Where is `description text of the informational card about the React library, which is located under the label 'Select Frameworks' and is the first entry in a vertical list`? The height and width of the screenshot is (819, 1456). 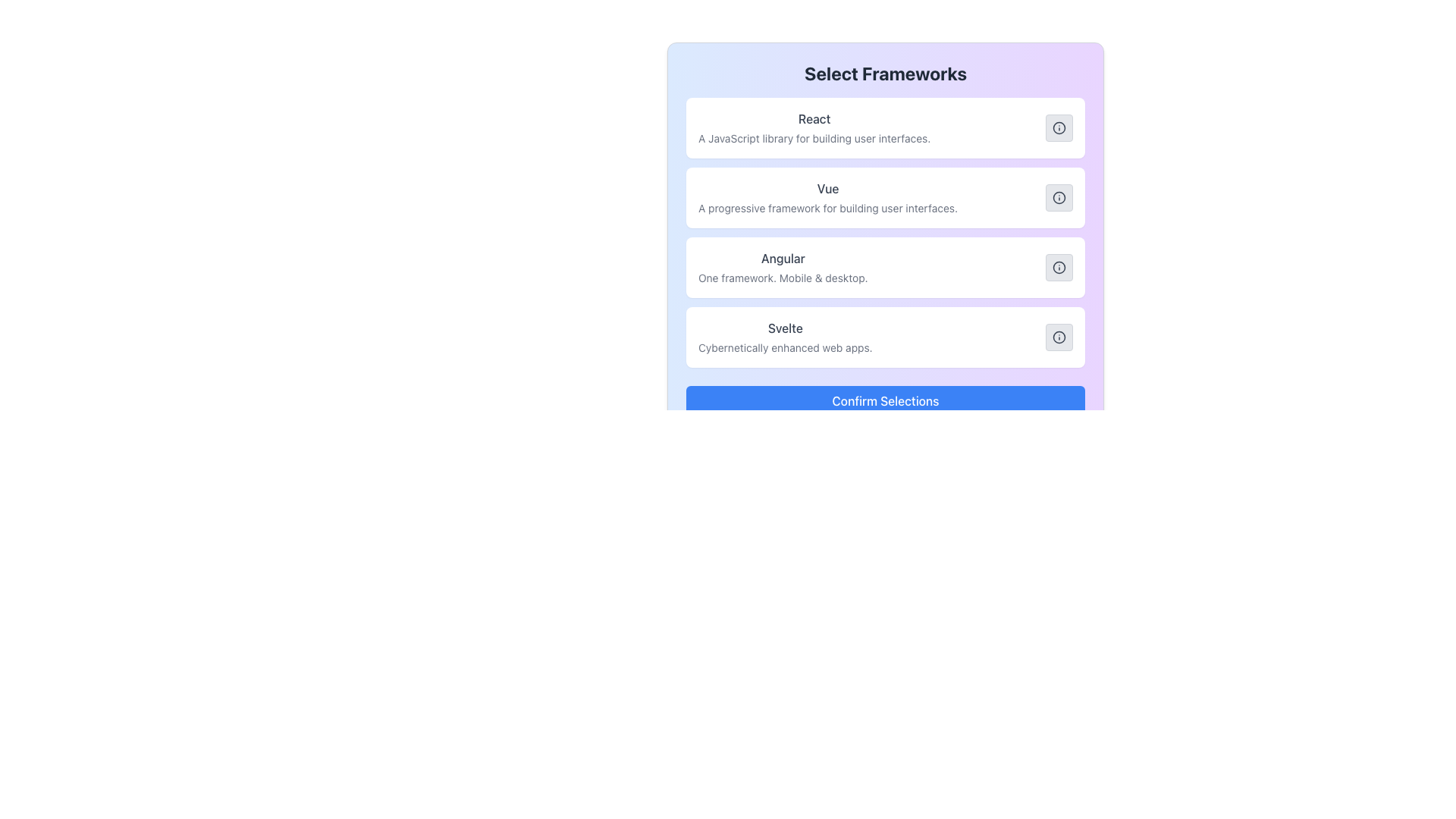 description text of the informational card about the React library, which is located under the label 'Select Frameworks' and is the first entry in a vertical list is located at coordinates (885, 127).